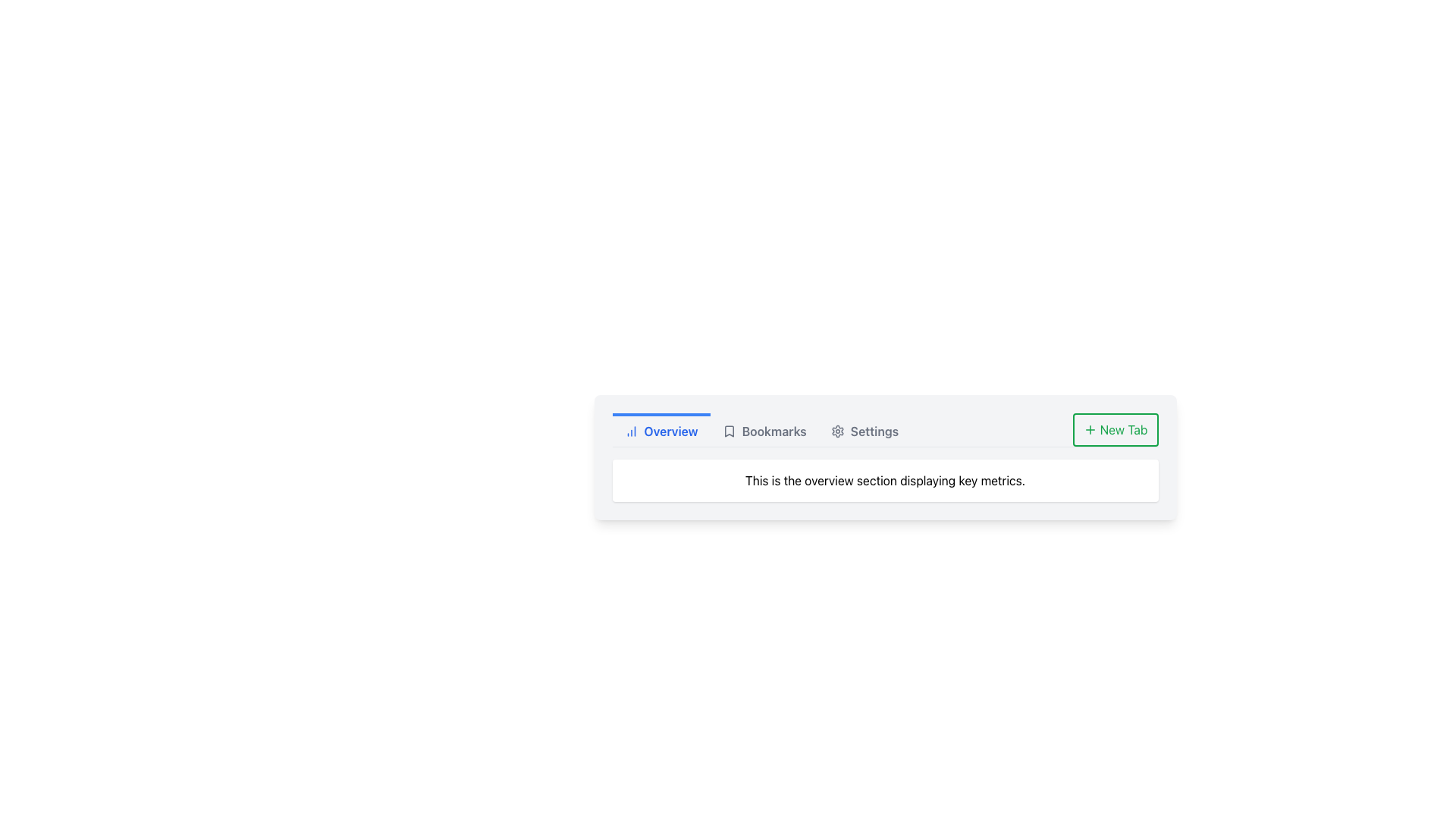  What do you see at coordinates (864, 430) in the screenshot?
I see `the navigation tab button that redirects to the 'Settings' page to potentially reveal a tooltip or highlight effect` at bounding box center [864, 430].